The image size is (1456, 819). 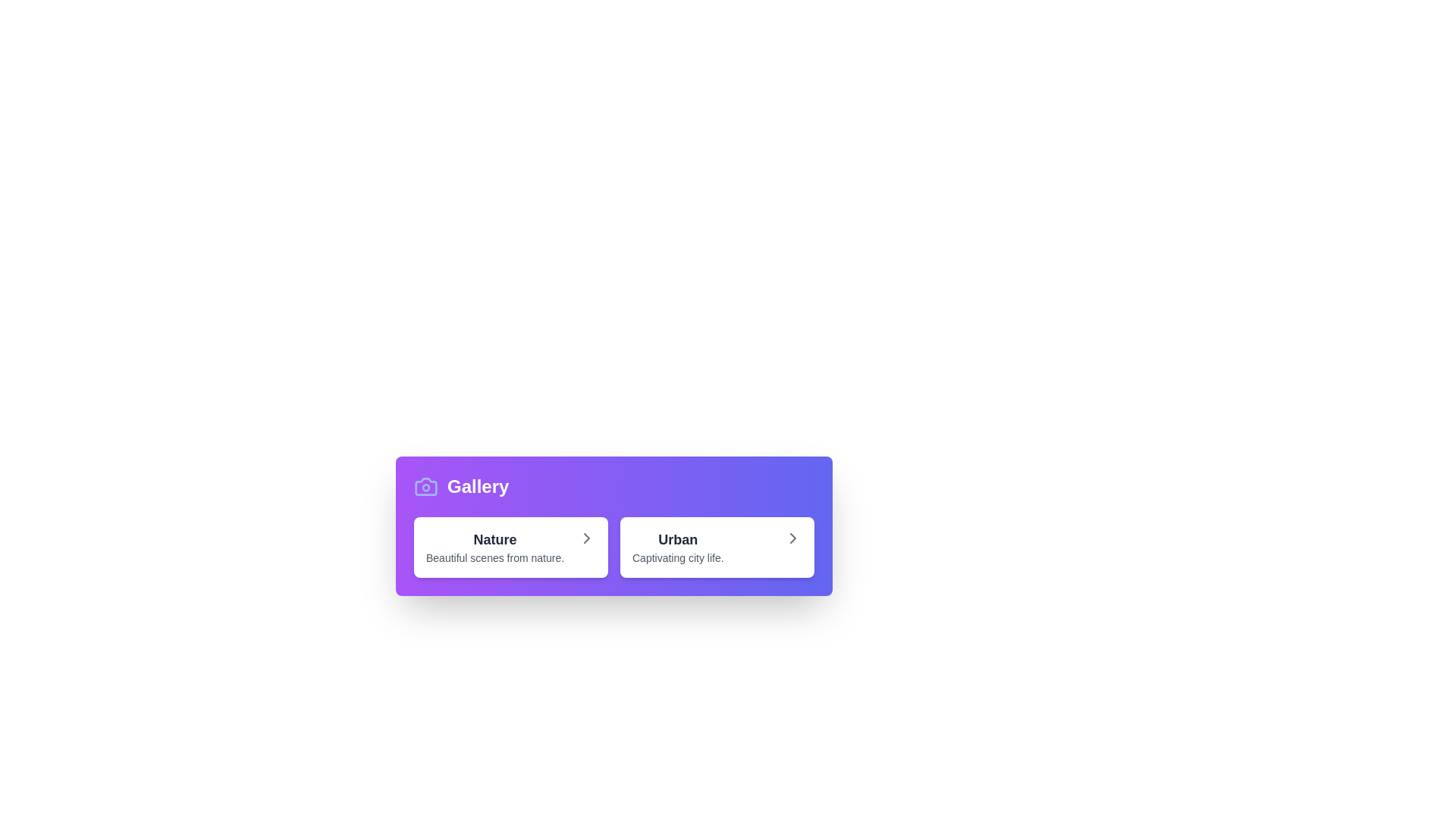 I want to click on the right-pointing chevron icon styled with sharp edges and gray color, located next to the 'Urban' label text in the second card of the gallery, so click(x=792, y=537).